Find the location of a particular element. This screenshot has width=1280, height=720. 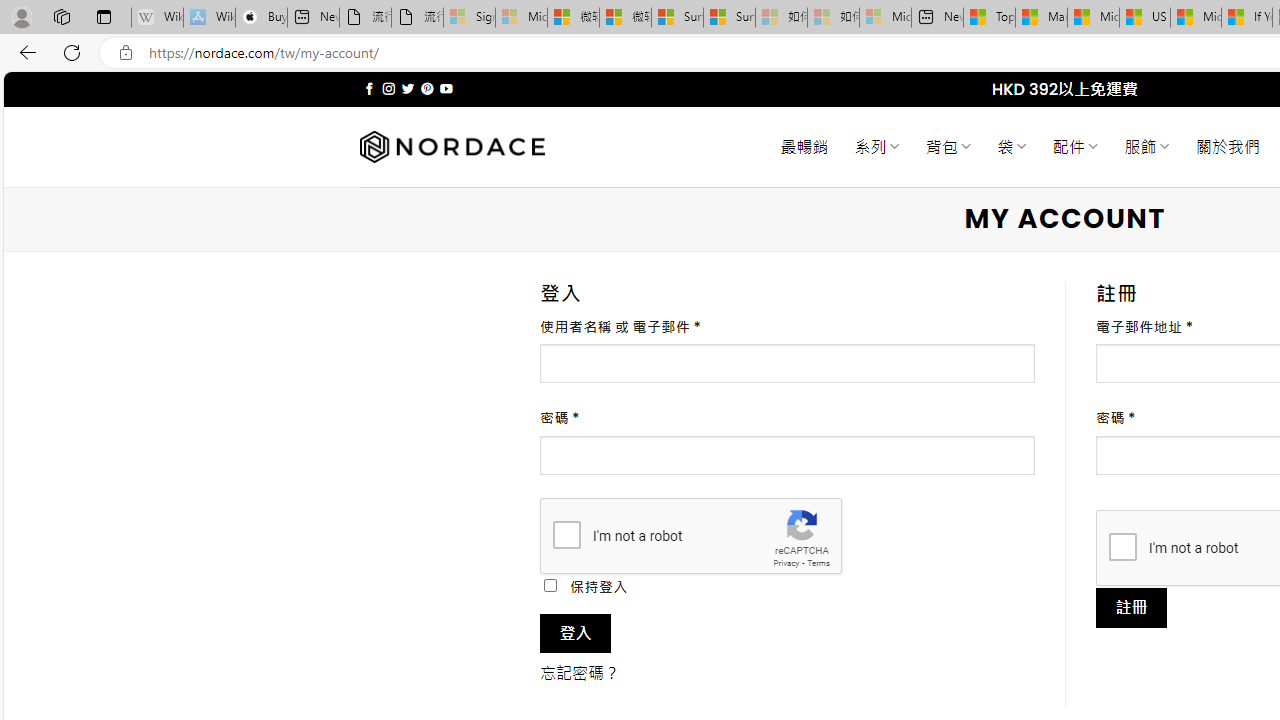

'Terms' is located at coordinates (818, 563).